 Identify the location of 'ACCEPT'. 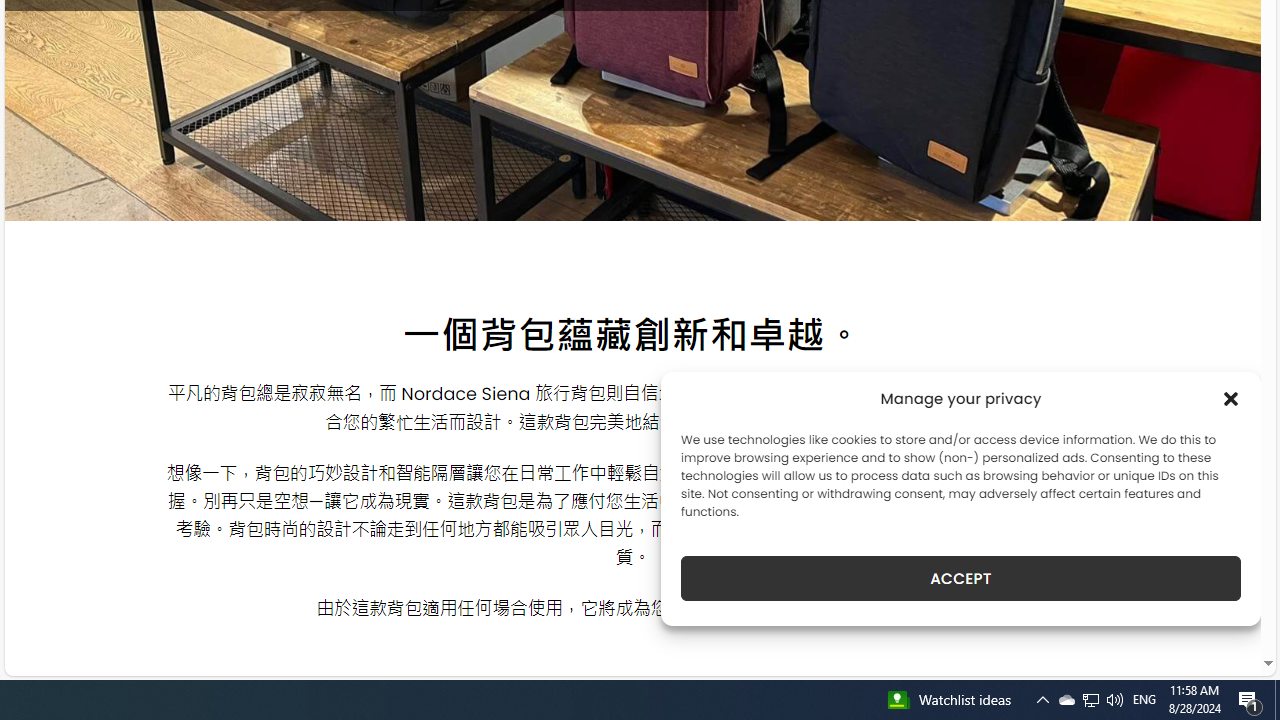
(961, 578).